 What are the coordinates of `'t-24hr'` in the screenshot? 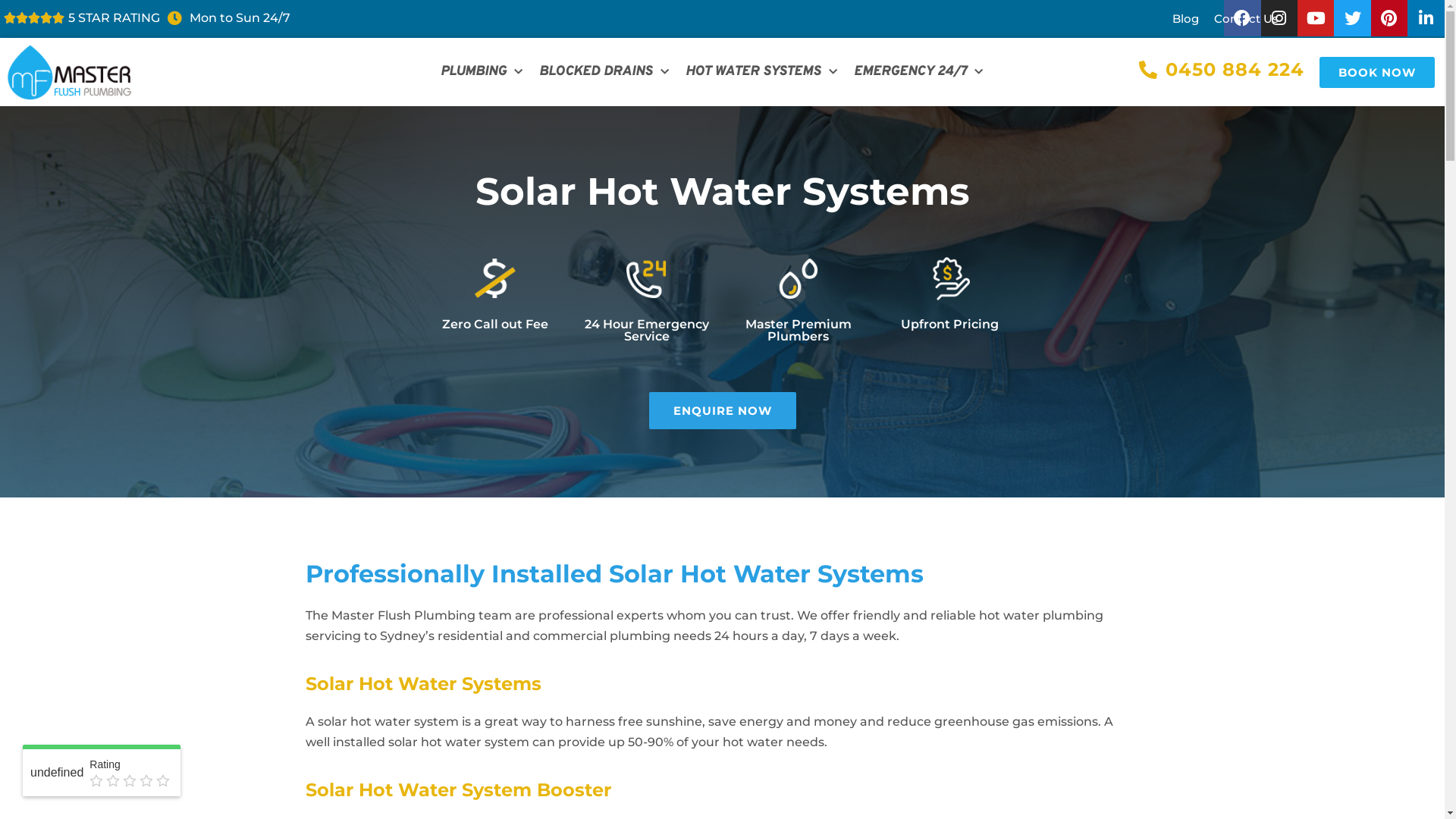 It's located at (646, 278).